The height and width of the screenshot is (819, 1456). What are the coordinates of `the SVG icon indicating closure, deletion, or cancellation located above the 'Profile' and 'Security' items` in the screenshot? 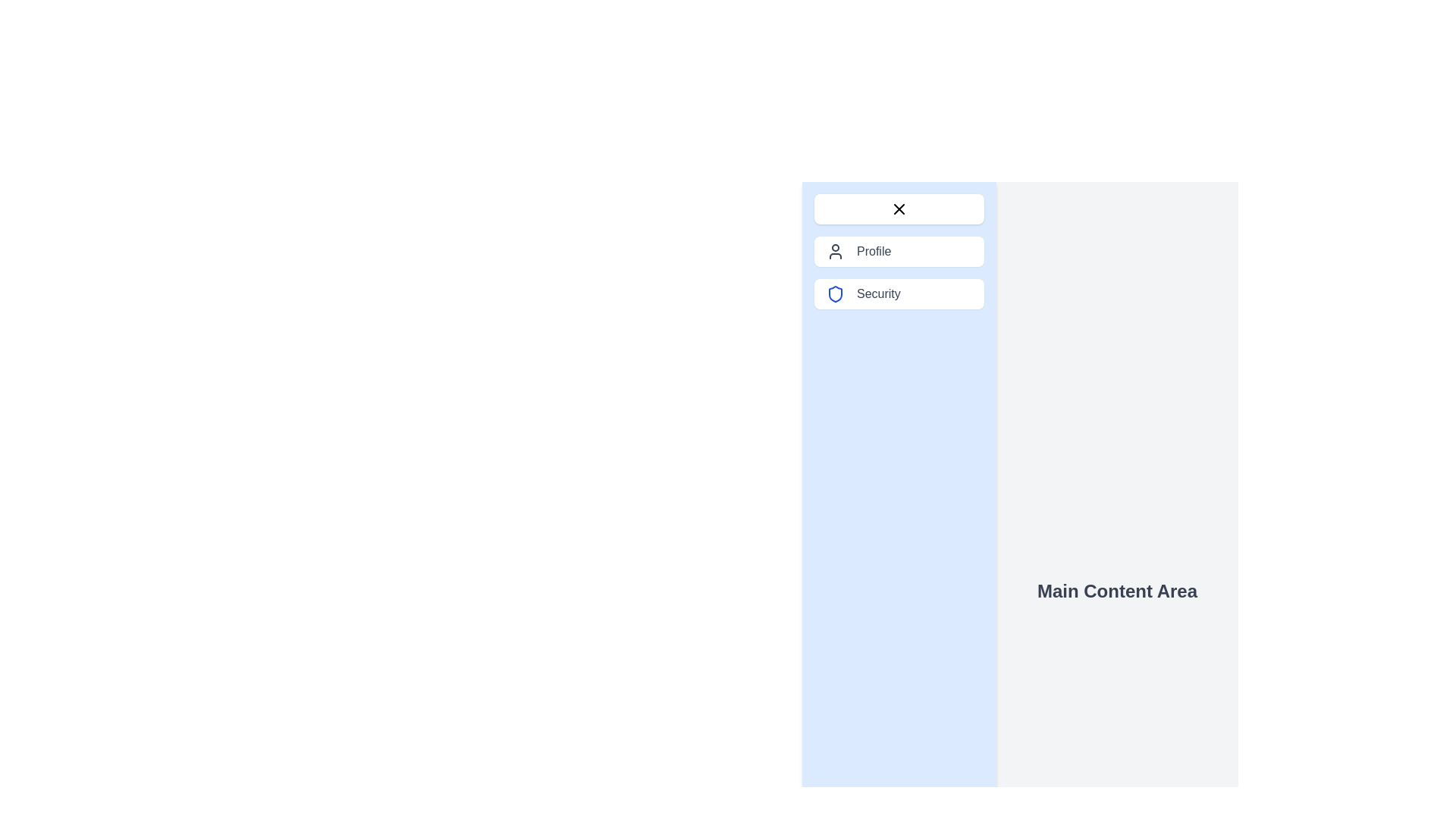 It's located at (899, 209).